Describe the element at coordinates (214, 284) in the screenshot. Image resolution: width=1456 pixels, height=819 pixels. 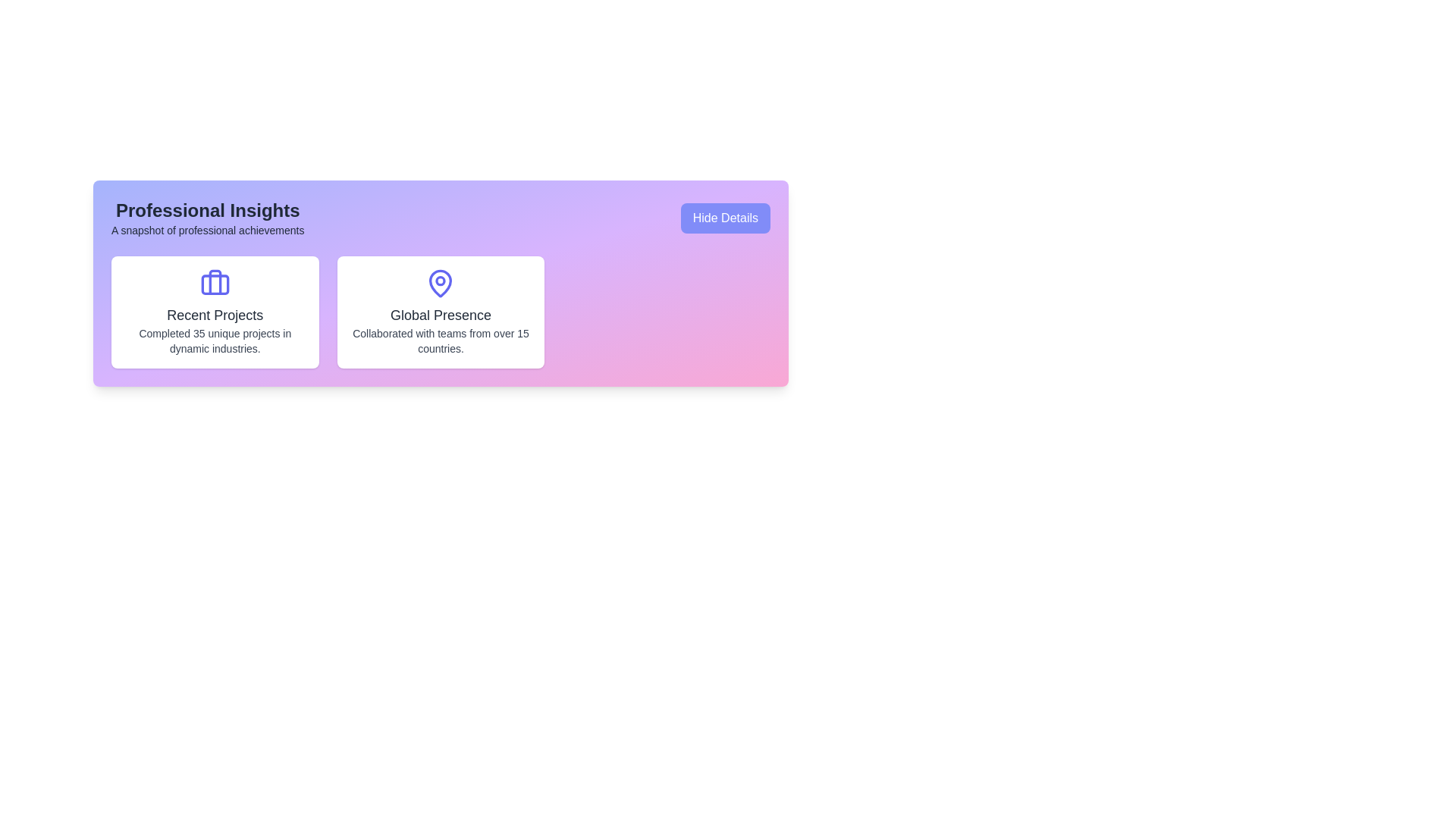
I see `the decorative icon that signifies 'projects' located near the center of the left white card in the 'Professional Insights' section, above the 'Recent Projects' title` at that location.